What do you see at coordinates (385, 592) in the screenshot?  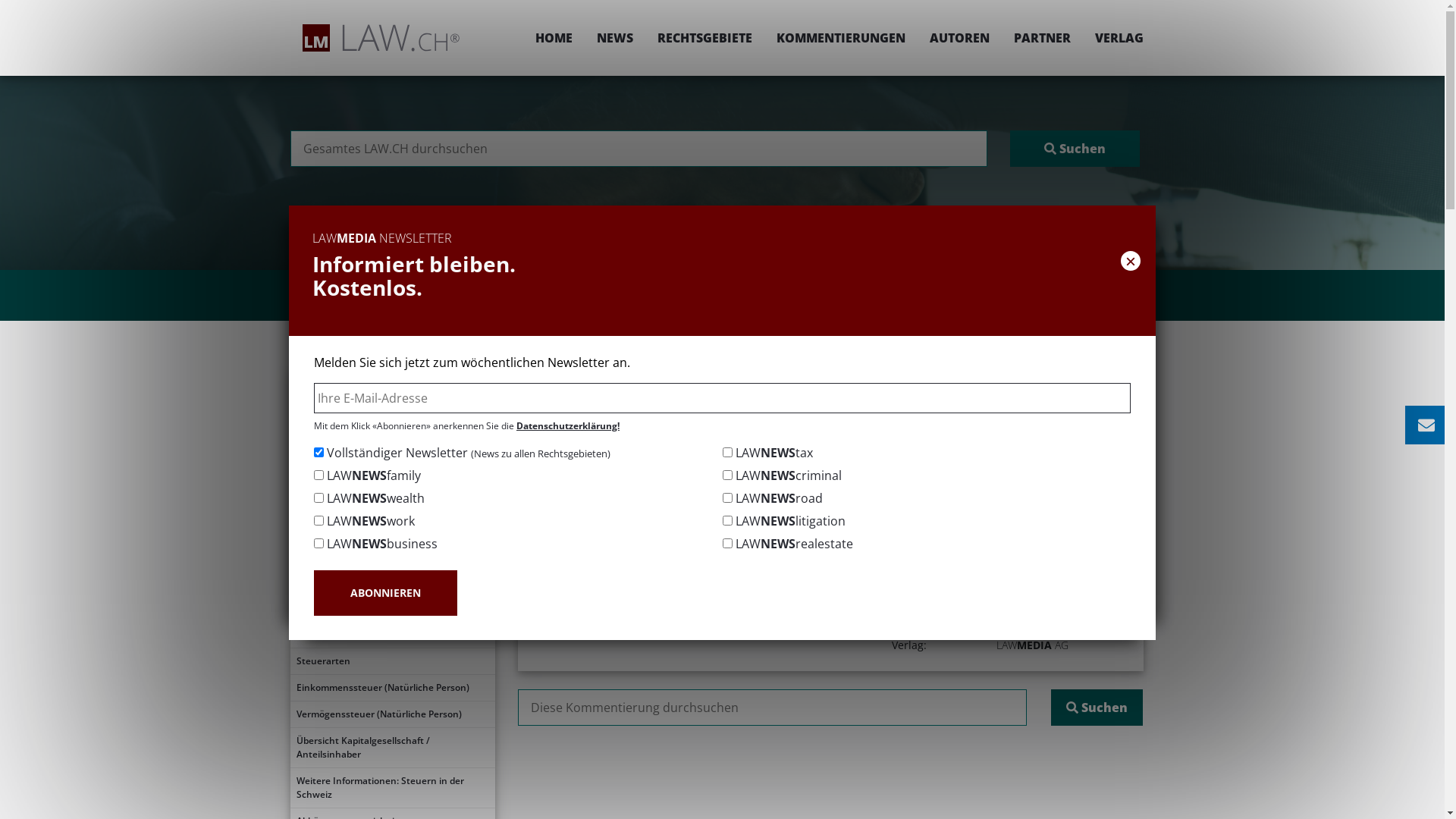 I see `'ABONNIEREN'` at bounding box center [385, 592].